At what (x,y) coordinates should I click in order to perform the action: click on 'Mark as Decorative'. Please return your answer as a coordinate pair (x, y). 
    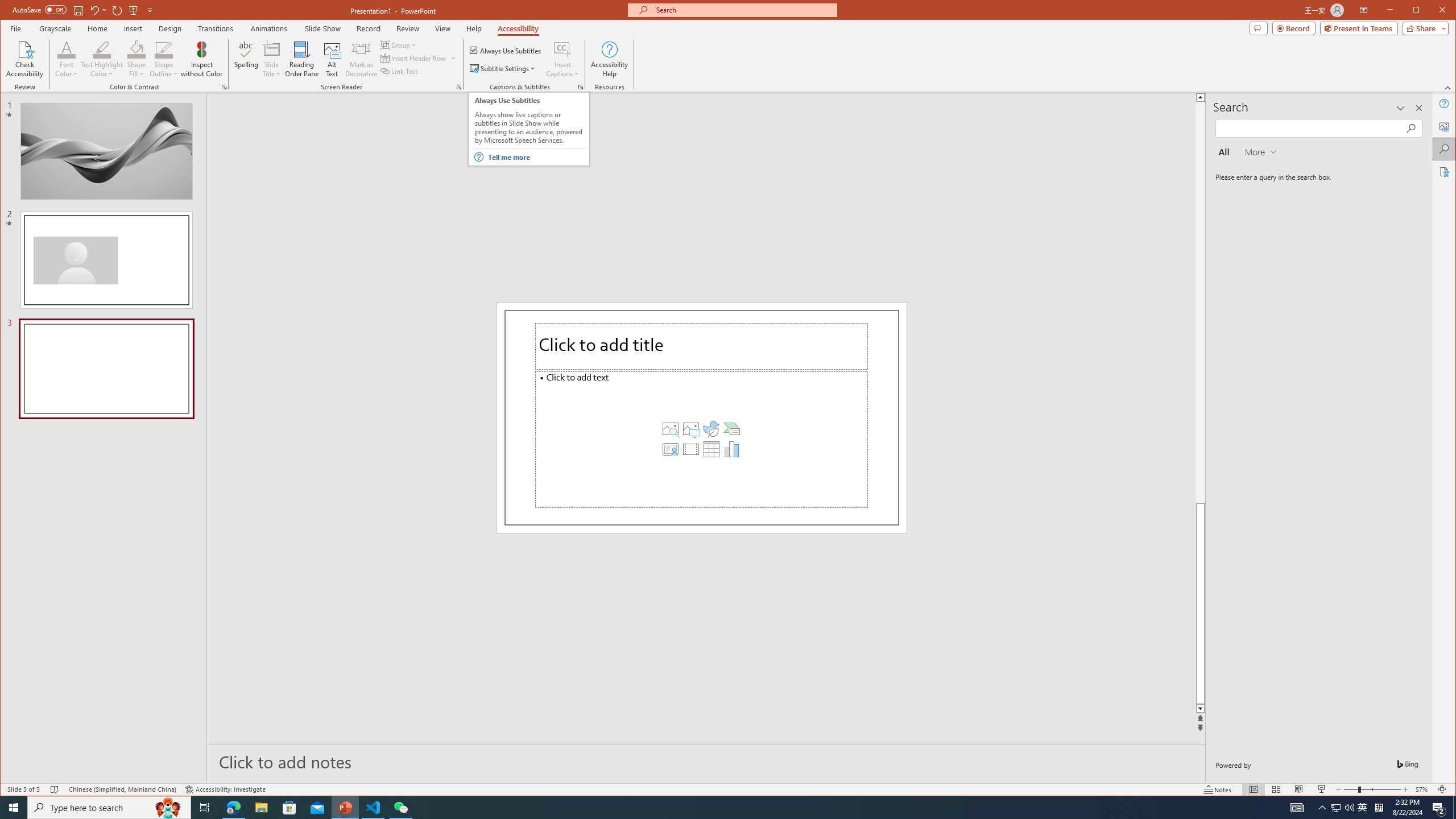
    Looking at the image, I should click on (360, 59).